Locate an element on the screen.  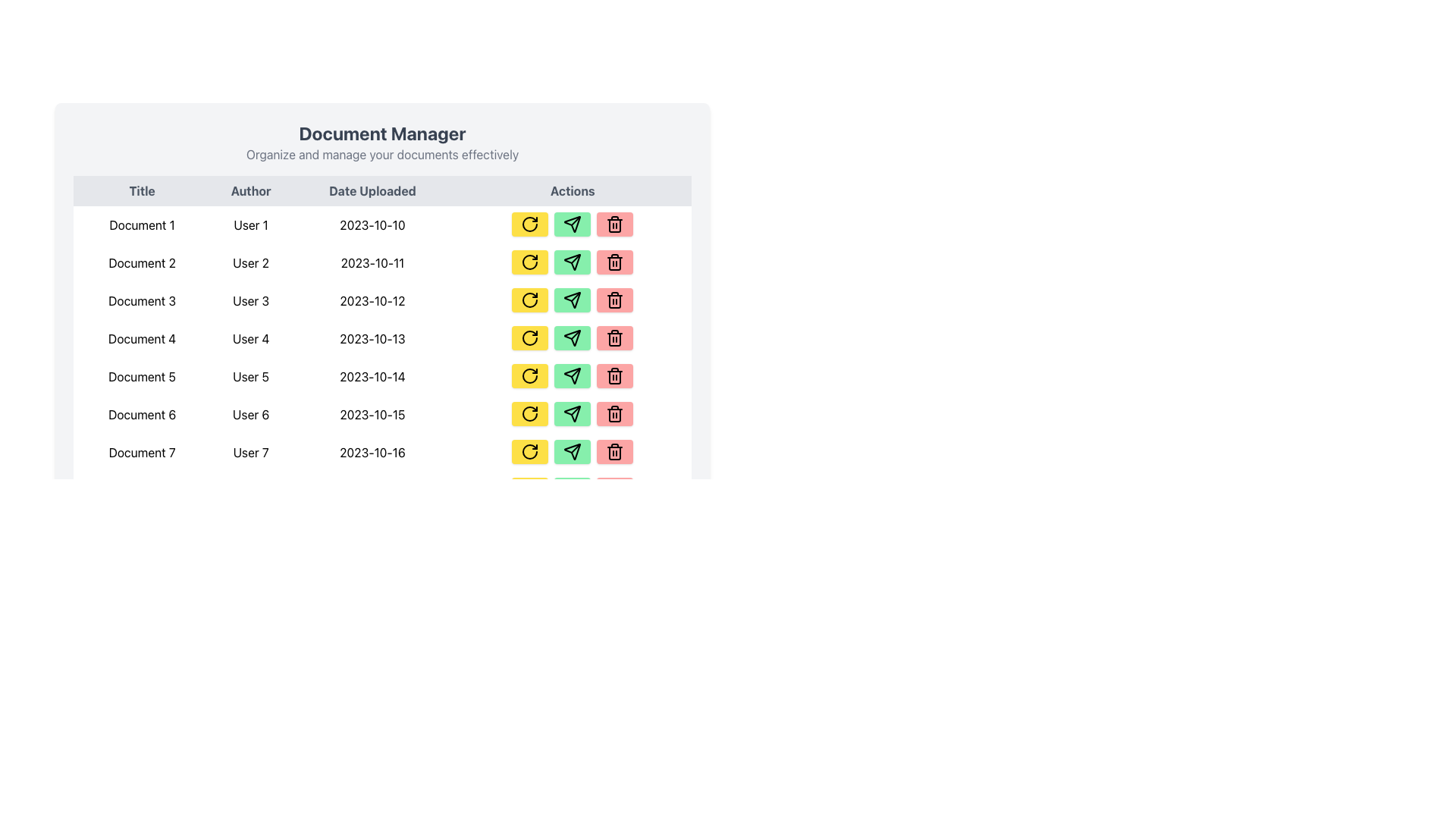
the green button with a paper plane icon located is located at coordinates (572, 300).